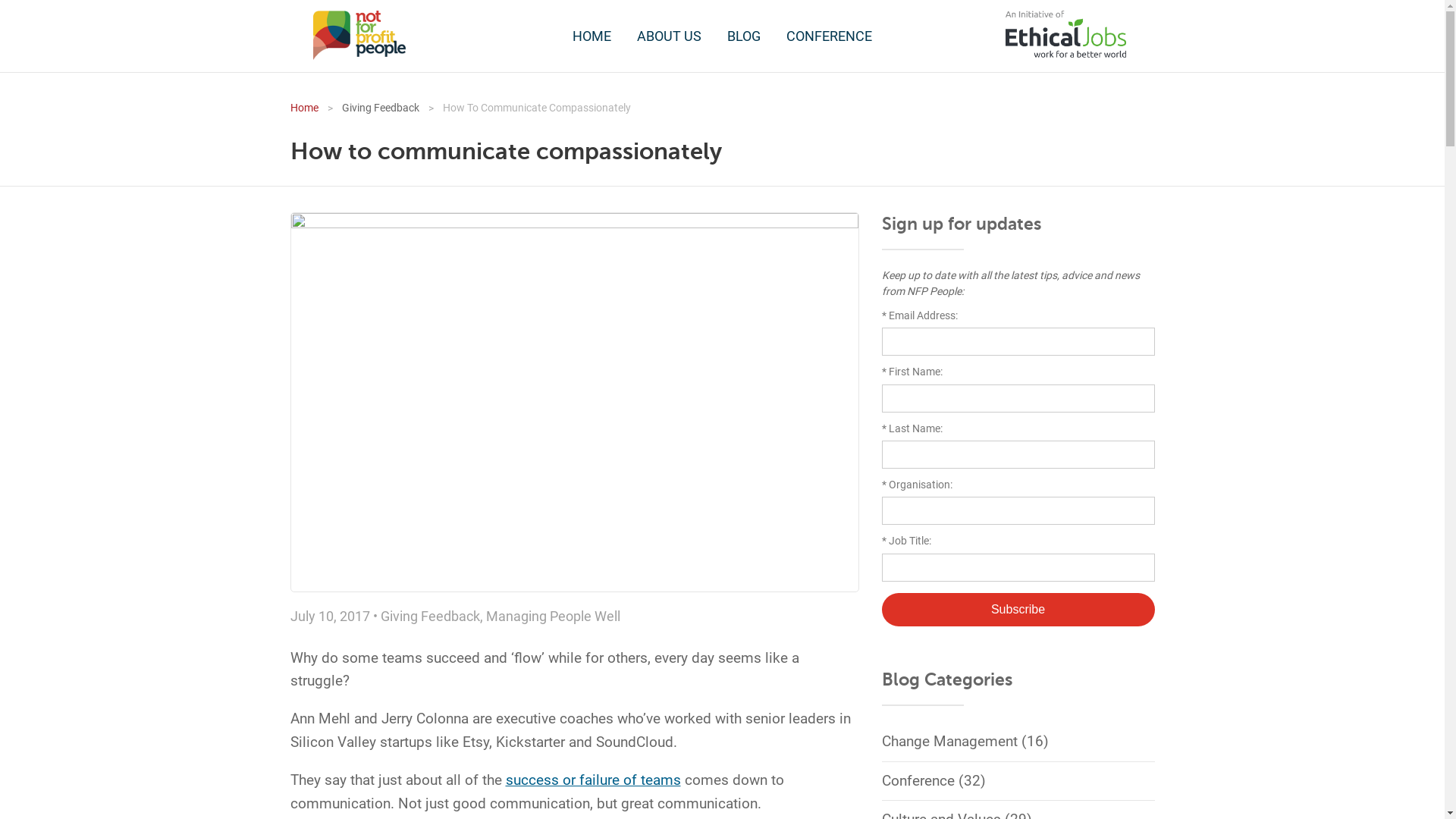 The height and width of the screenshot is (819, 1456). I want to click on 'Managing People Well', so click(551, 616).